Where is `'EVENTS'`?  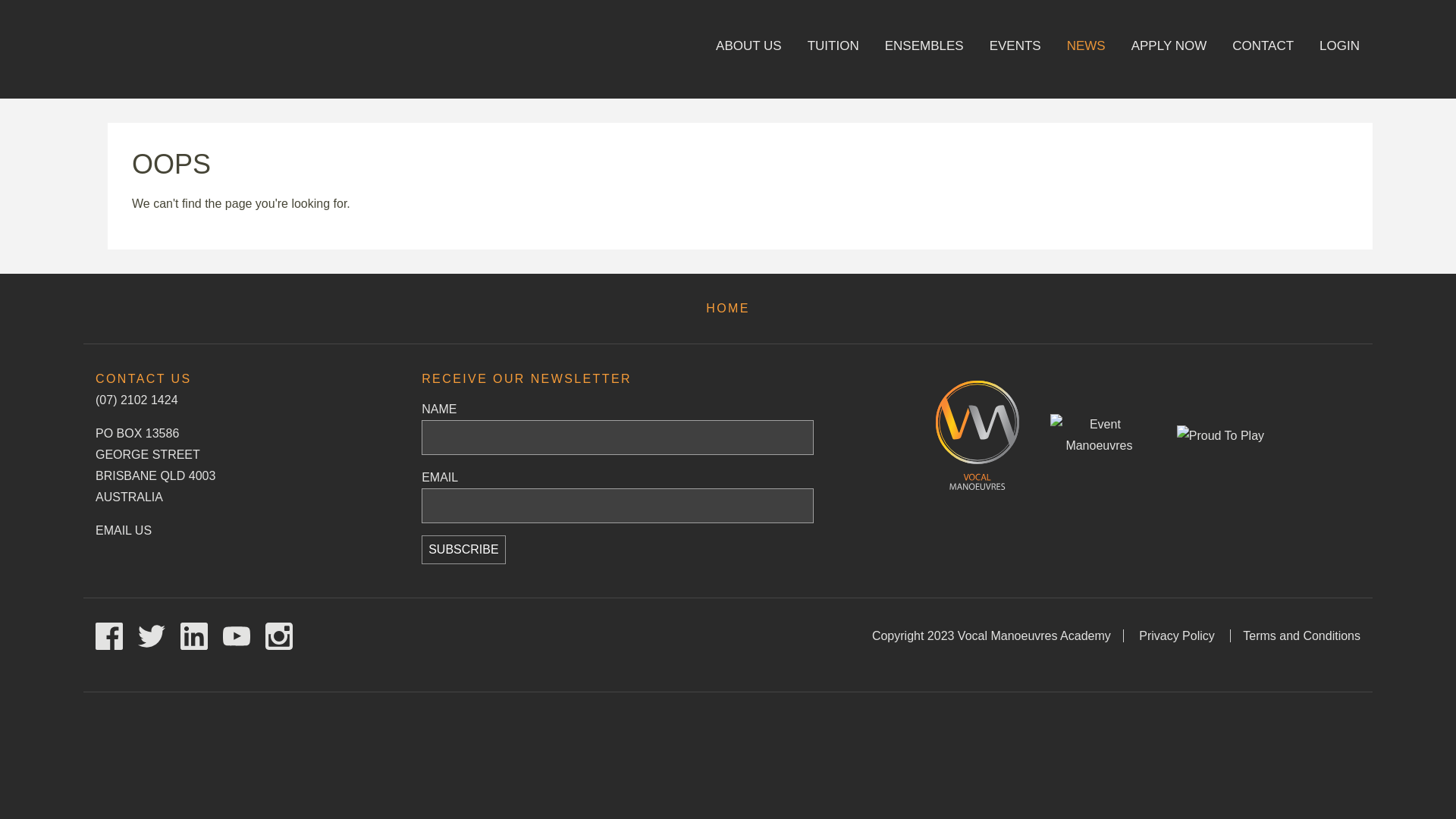 'EVENTS' is located at coordinates (1015, 52).